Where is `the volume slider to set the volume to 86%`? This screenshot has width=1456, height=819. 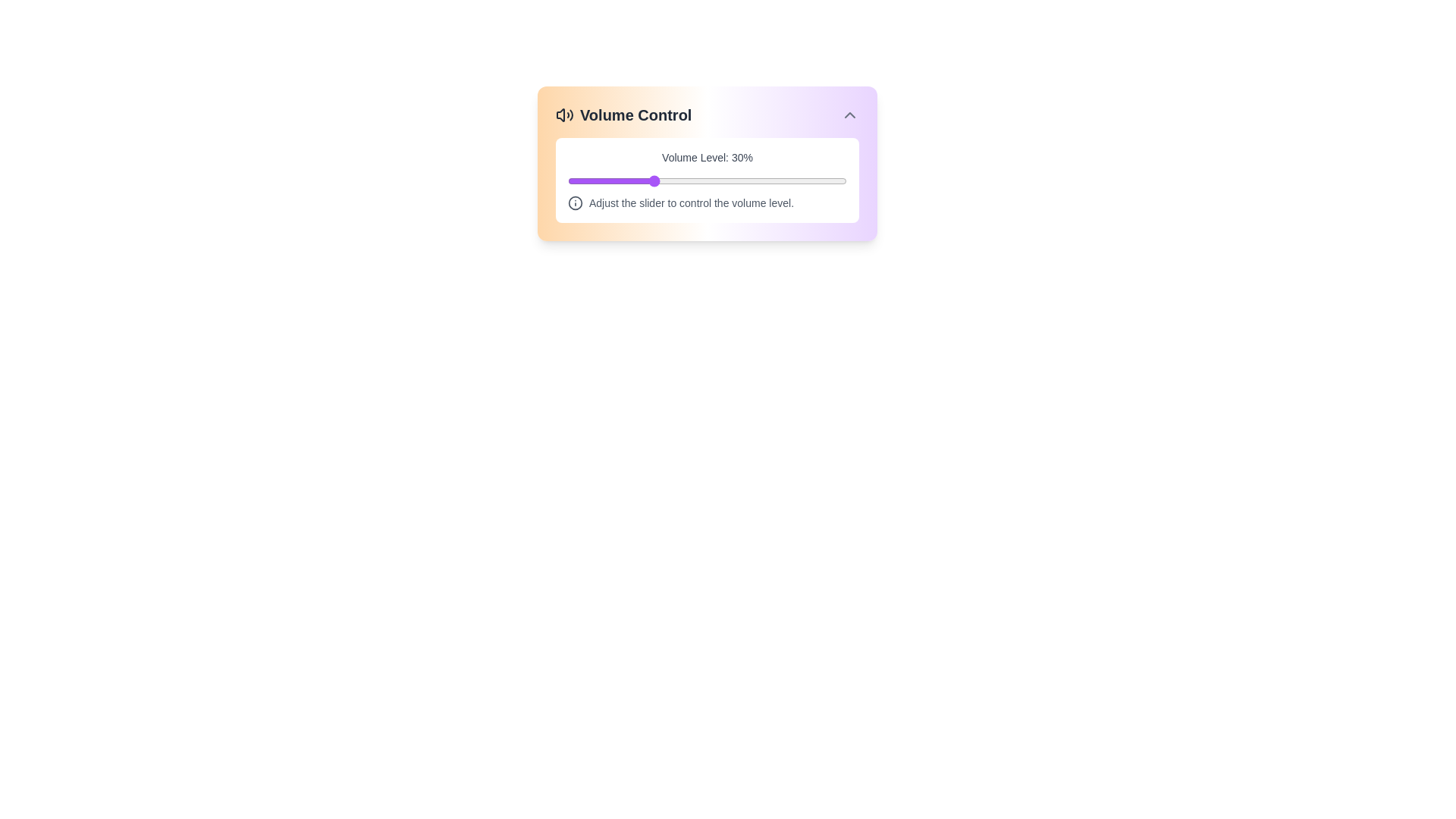 the volume slider to set the volume to 86% is located at coordinates (807, 180).